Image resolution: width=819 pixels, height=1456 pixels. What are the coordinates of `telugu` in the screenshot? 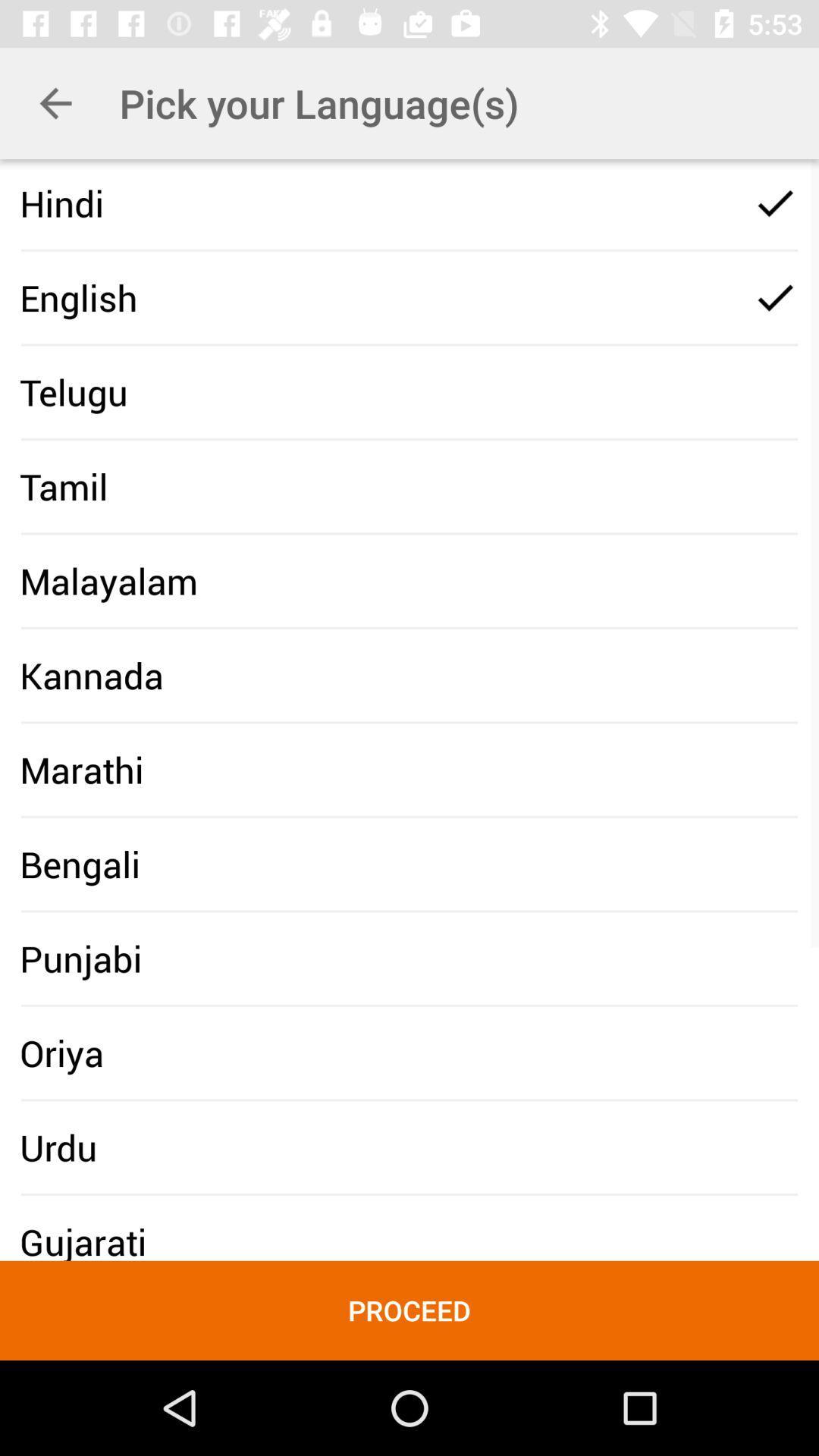 It's located at (74, 392).